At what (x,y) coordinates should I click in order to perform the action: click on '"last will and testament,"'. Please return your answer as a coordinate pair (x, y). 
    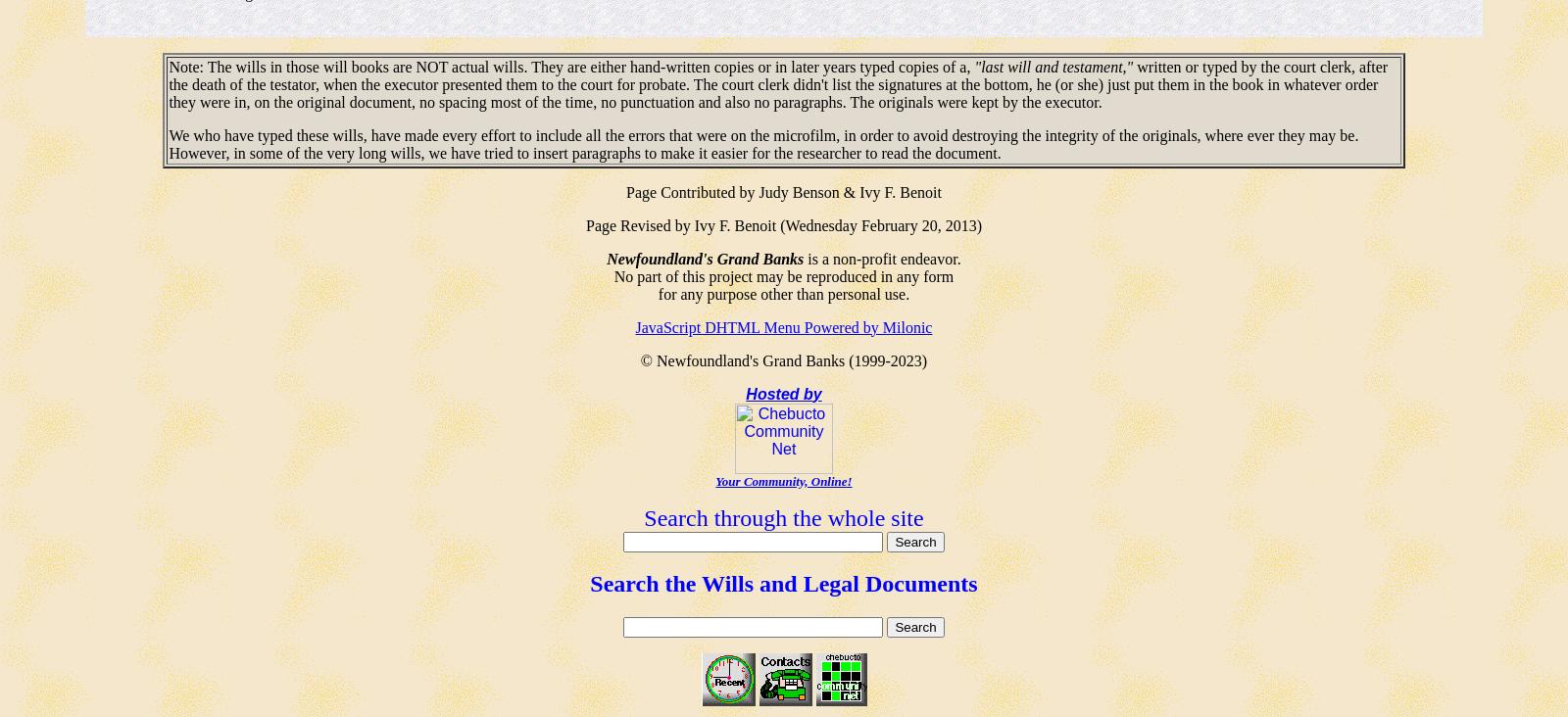
    Looking at the image, I should click on (972, 65).